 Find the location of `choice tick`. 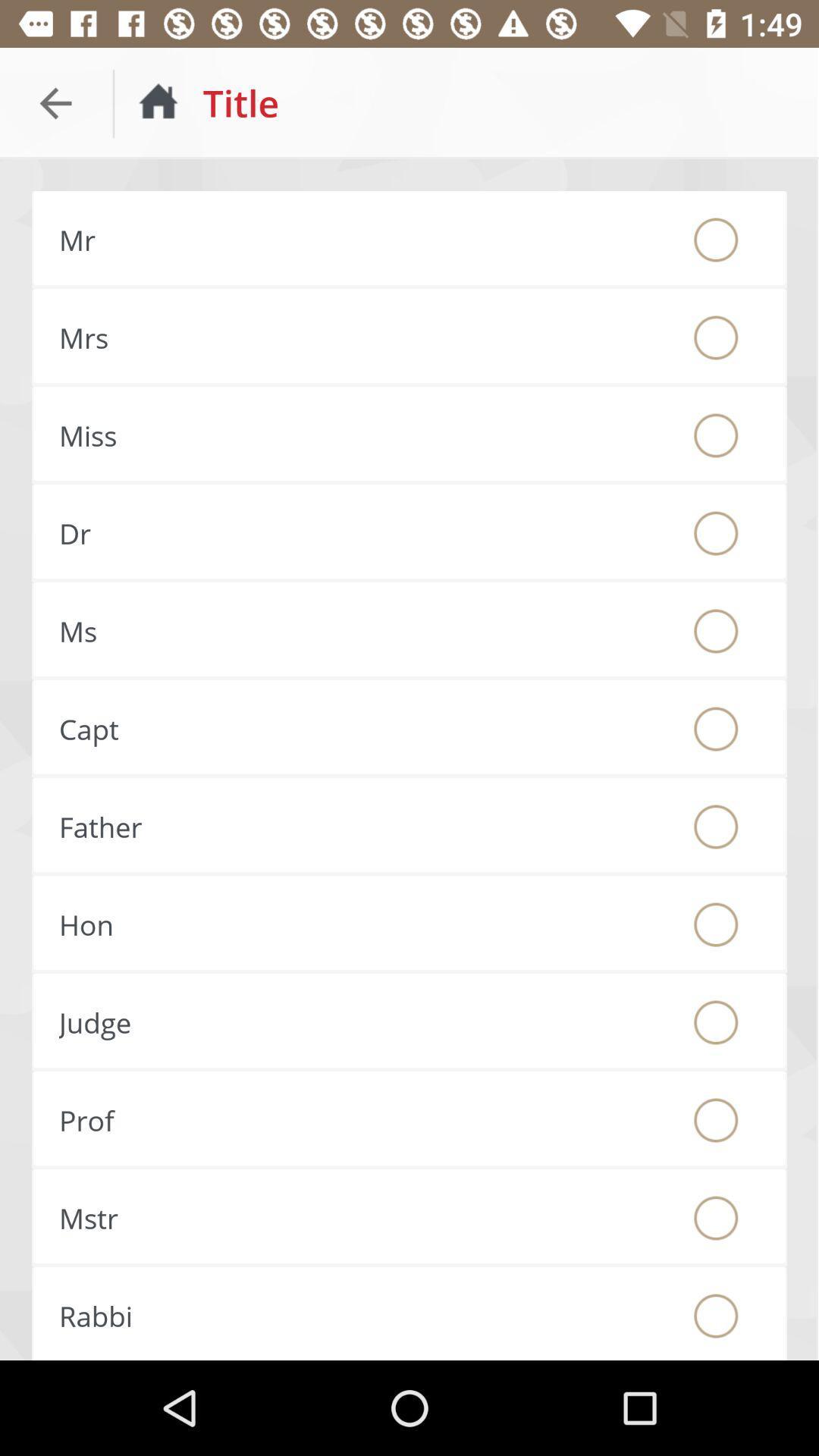

choice tick is located at coordinates (716, 729).